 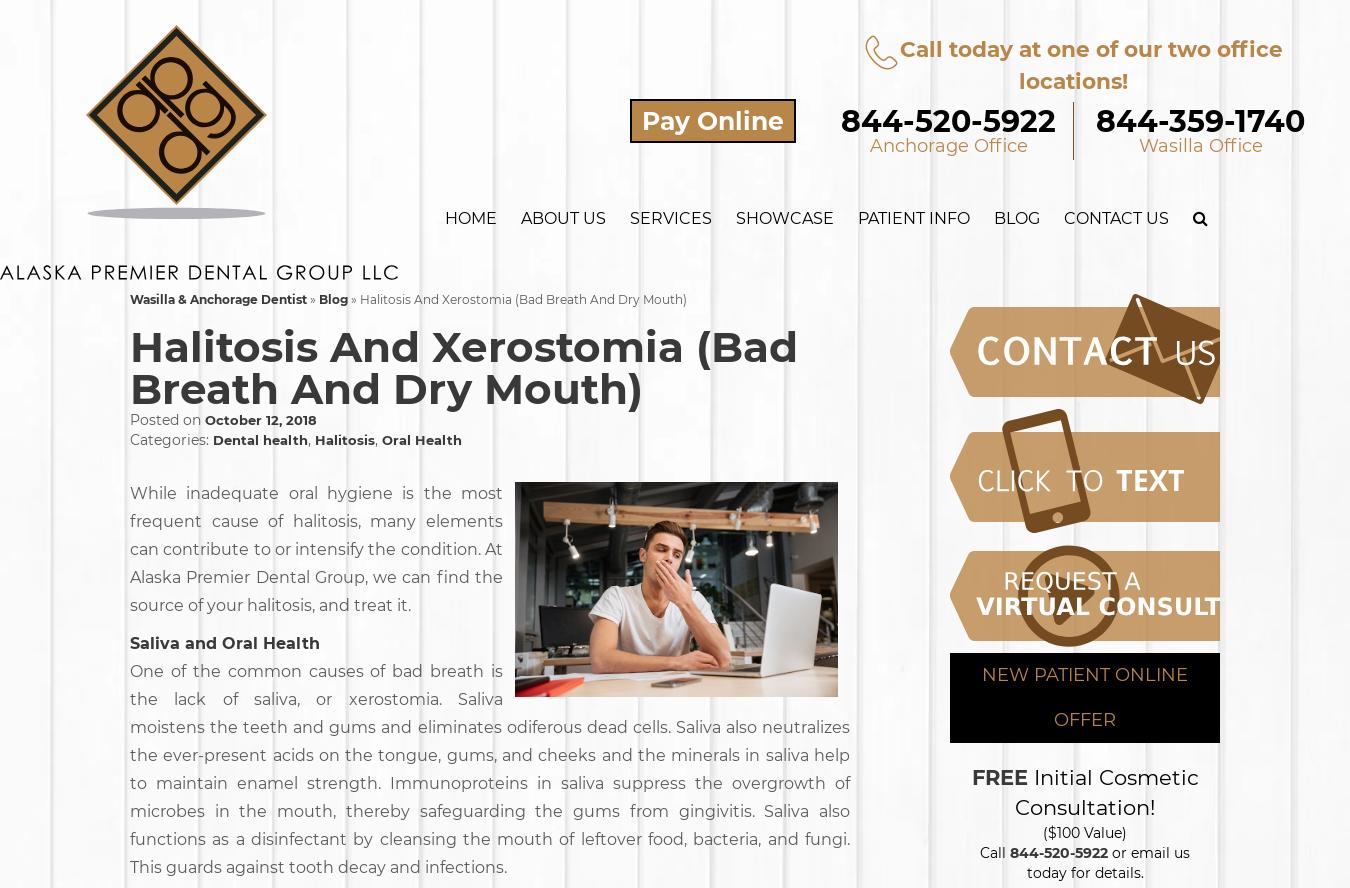 What do you see at coordinates (1091, 63) in the screenshot?
I see `'Call today at one of our two office locations!'` at bounding box center [1091, 63].